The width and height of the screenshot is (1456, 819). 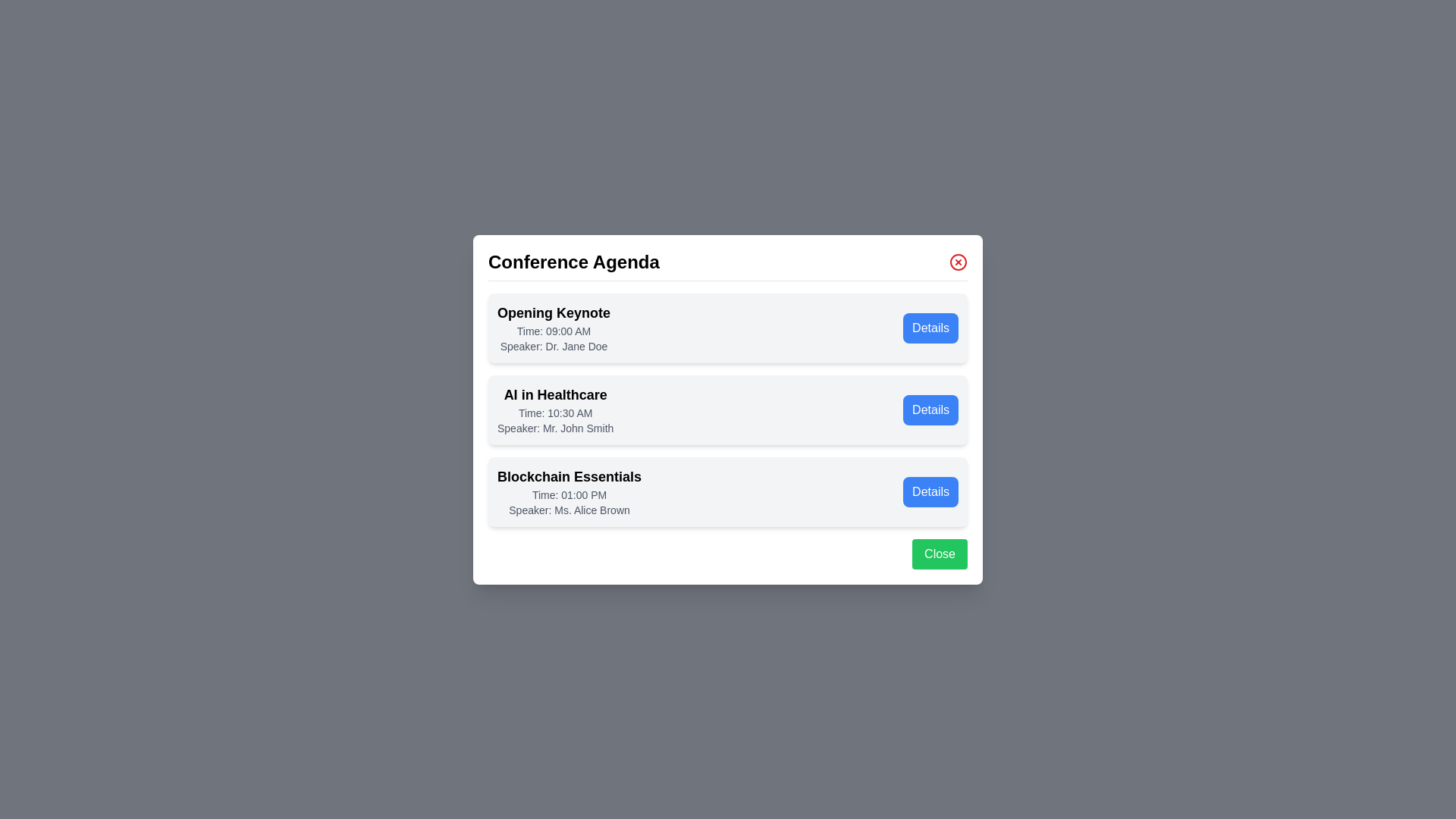 I want to click on the 'Details' button for the agenda item 'Opening Keynote', so click(x=930, y=327).